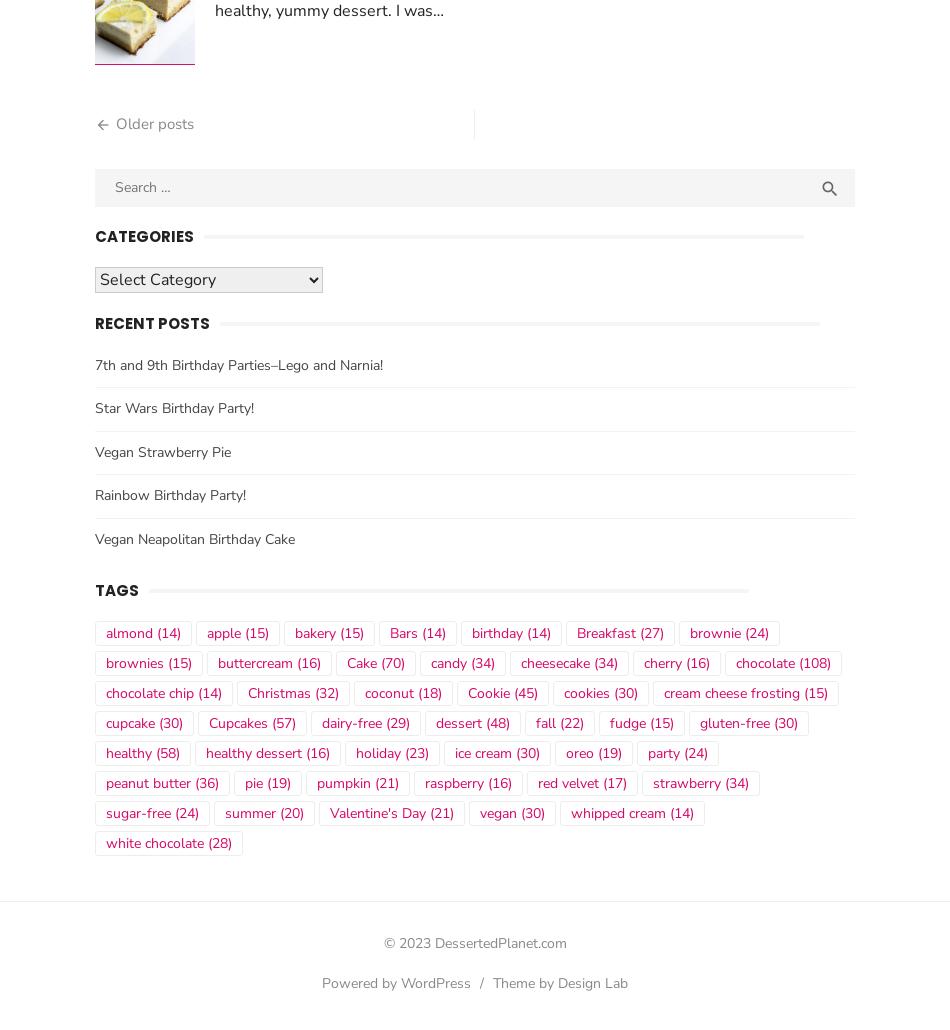 The width and height of the screenshot is (950, 1030). I want to click on '(57)', so click(266, 729).